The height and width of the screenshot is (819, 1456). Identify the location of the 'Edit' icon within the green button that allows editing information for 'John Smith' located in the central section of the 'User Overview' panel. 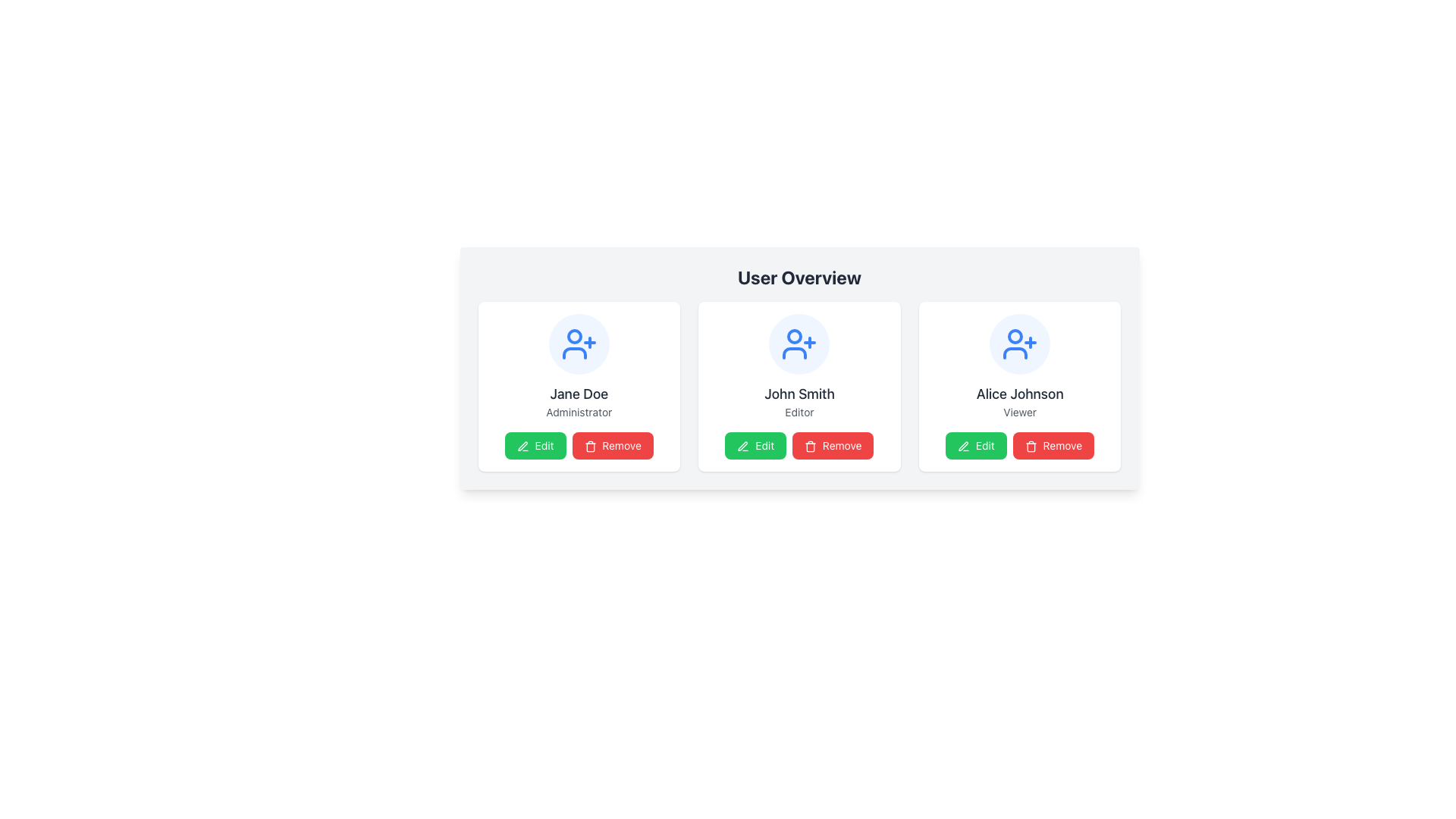
(743, 446).